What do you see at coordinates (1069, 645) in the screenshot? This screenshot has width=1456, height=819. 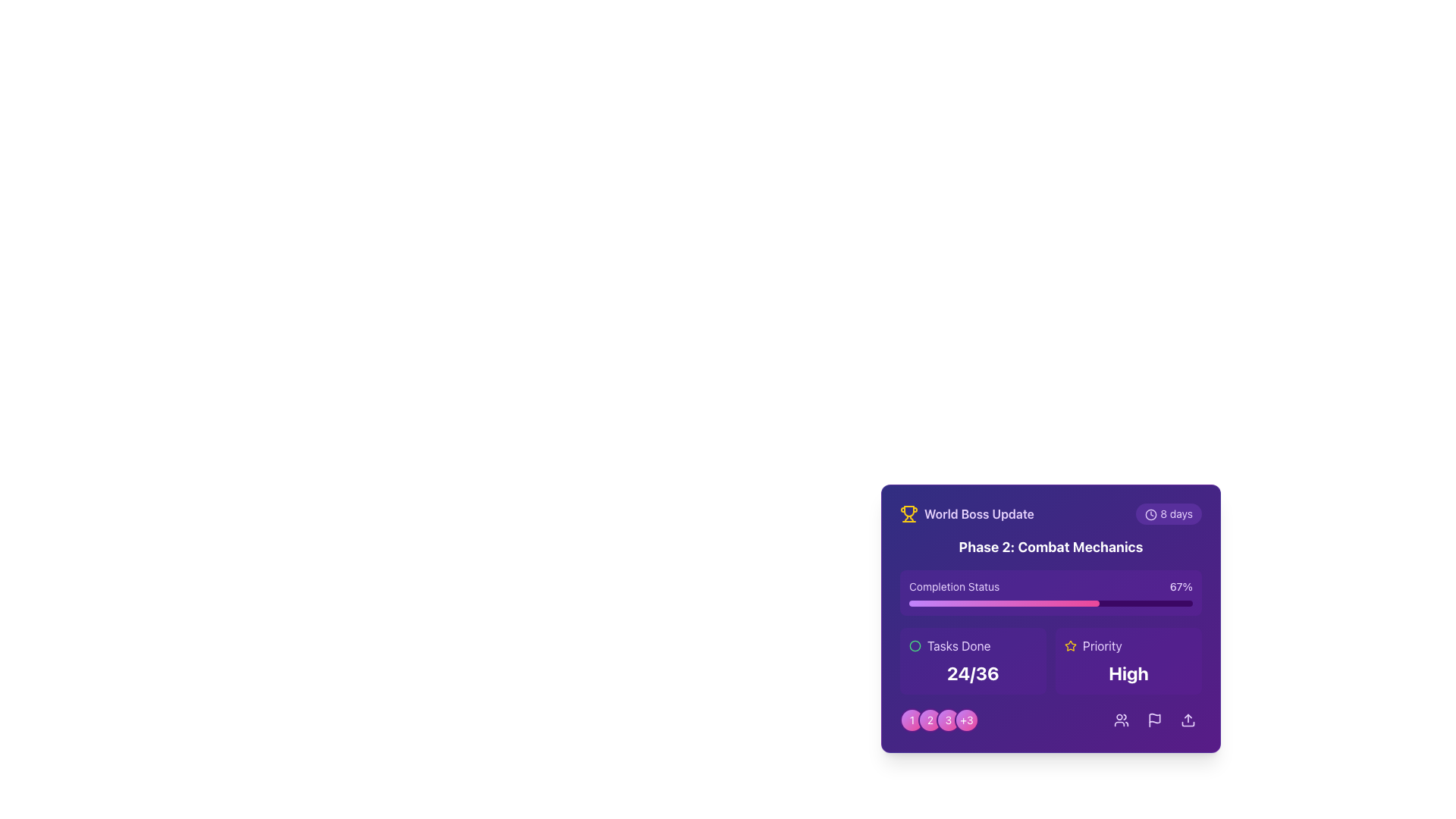 I see `the star-shaped vector graphic located in the lower right corner of the interface, which represents a rating or achievement` at bounding box center [1069, 645].